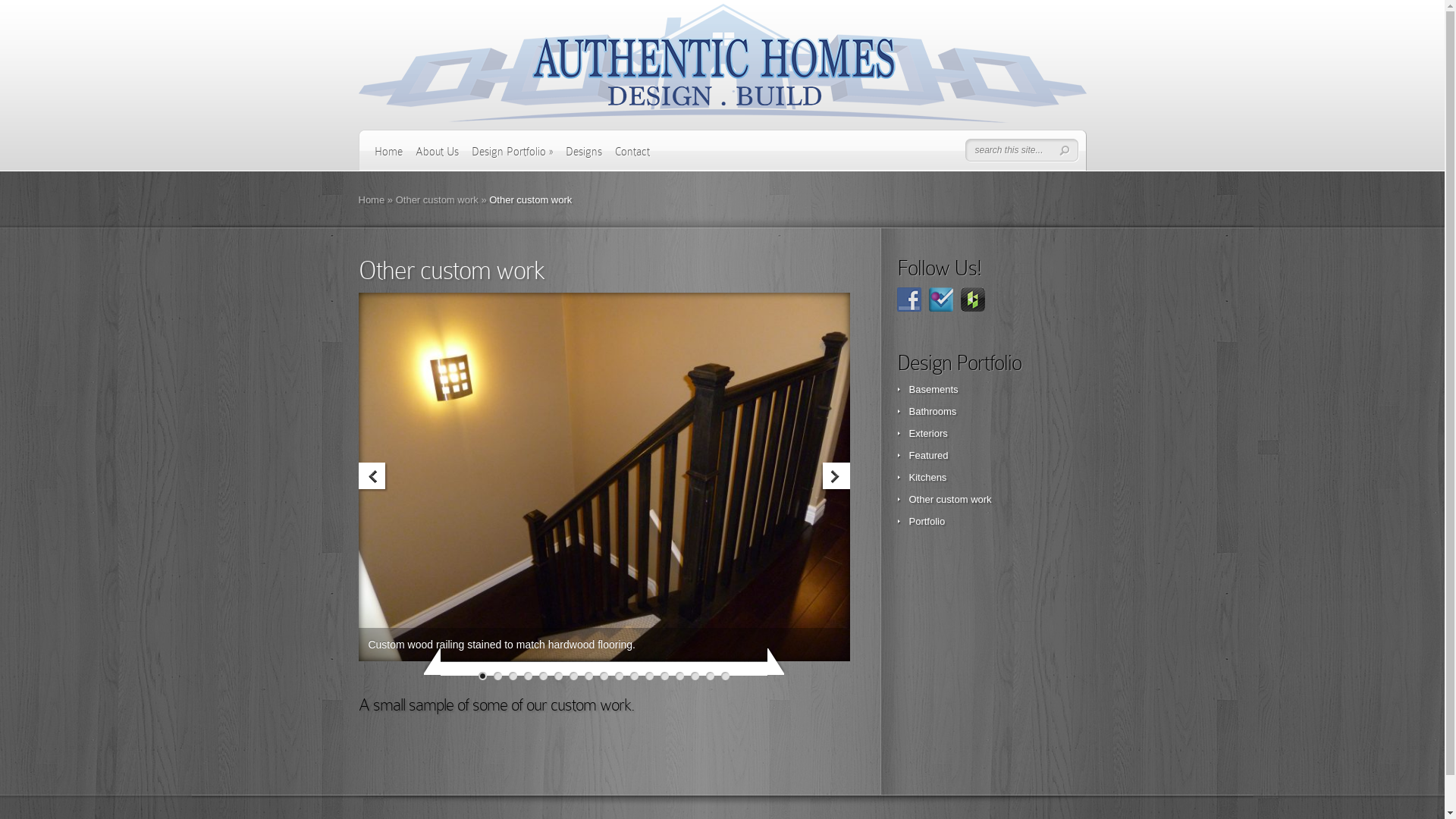  Describe the element at coordinates (932, 388) in the screenshot. I see `'Basements'` at that location.